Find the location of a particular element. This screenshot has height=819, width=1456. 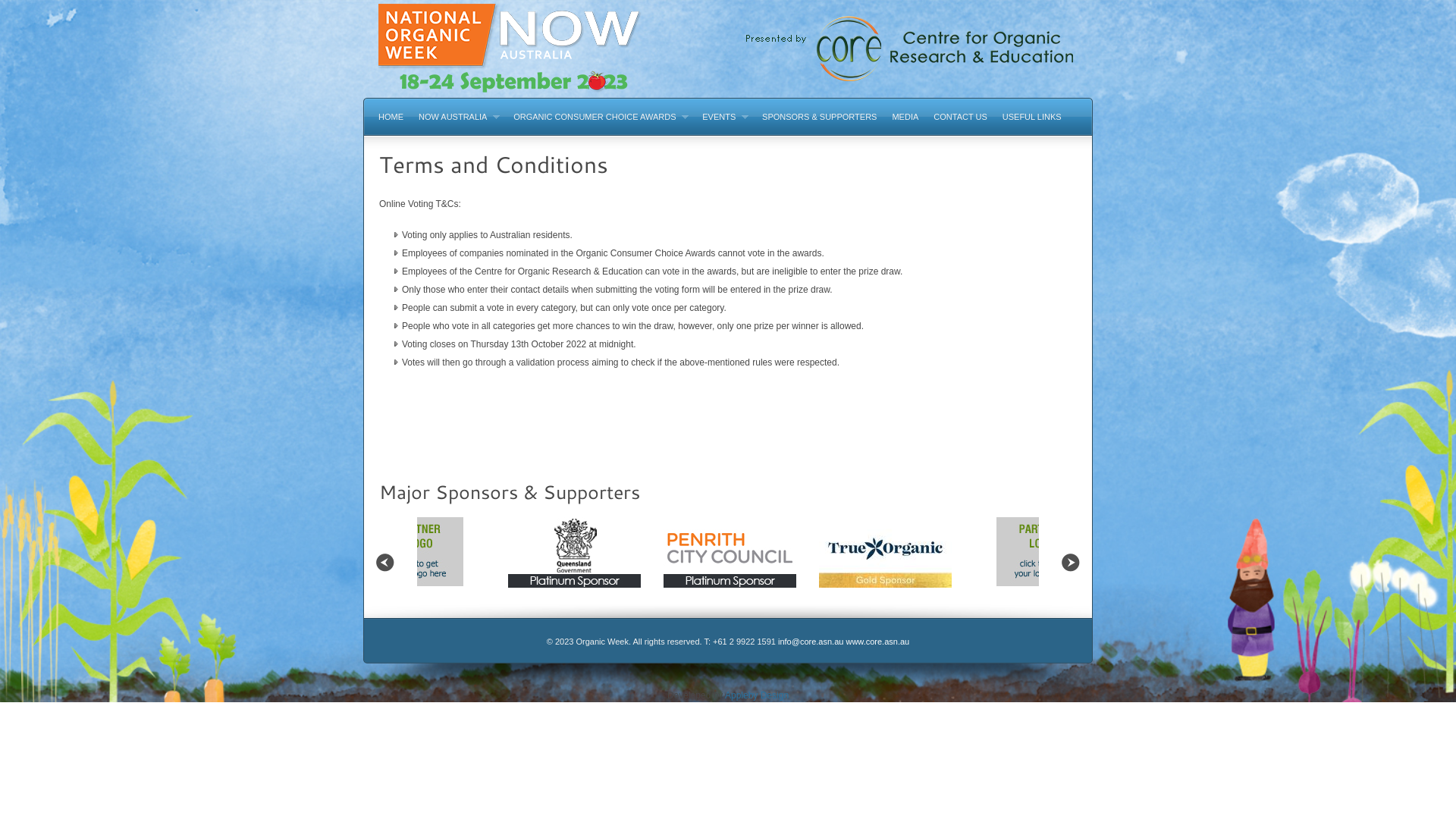

'SPONSORS & SUPPORTERS' is located at coordinates (818, 115).